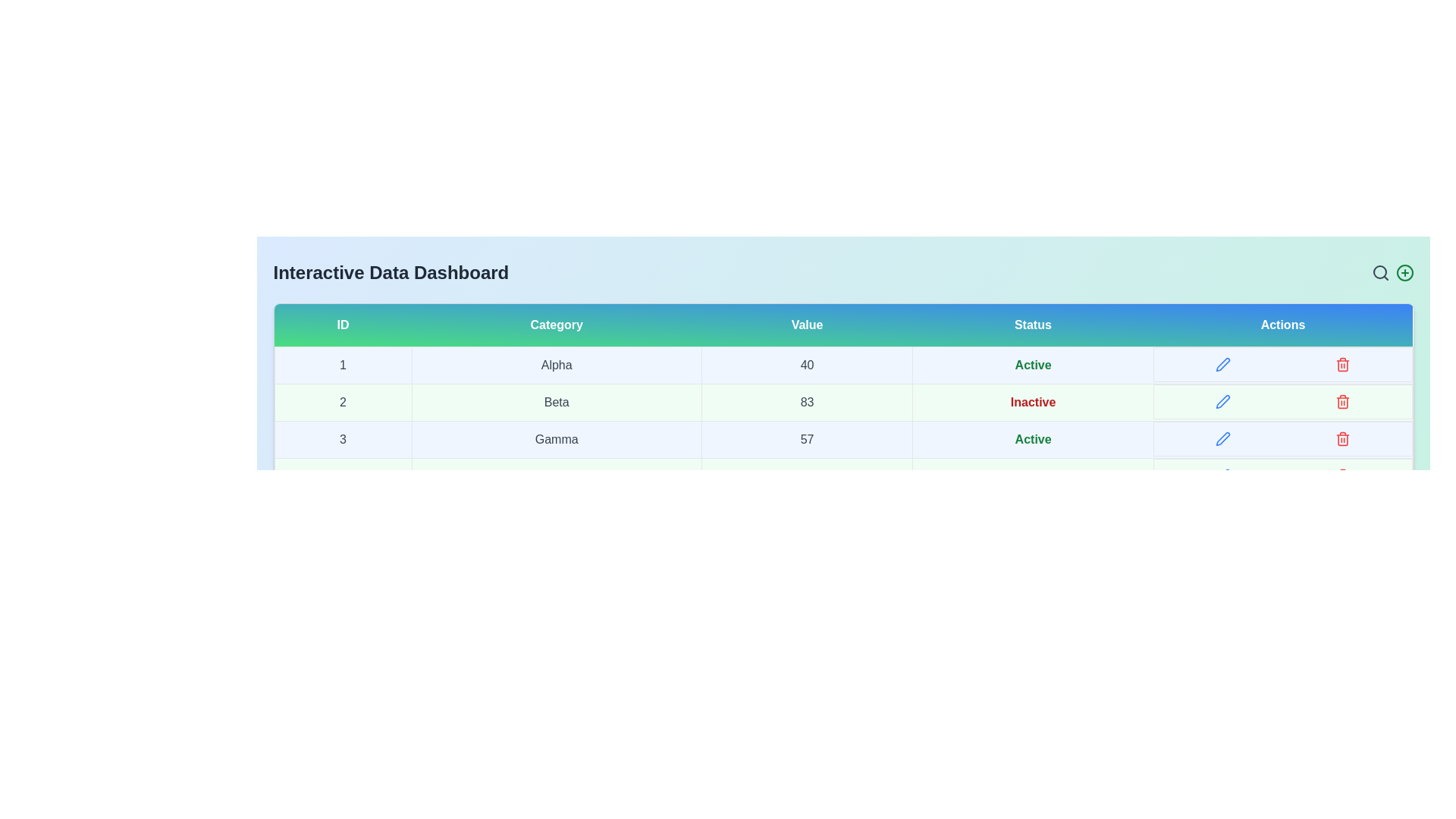 This screenshot has height=819, width=1456. I want to click on the table header Value to sort or filter the data, so click(806, 324).